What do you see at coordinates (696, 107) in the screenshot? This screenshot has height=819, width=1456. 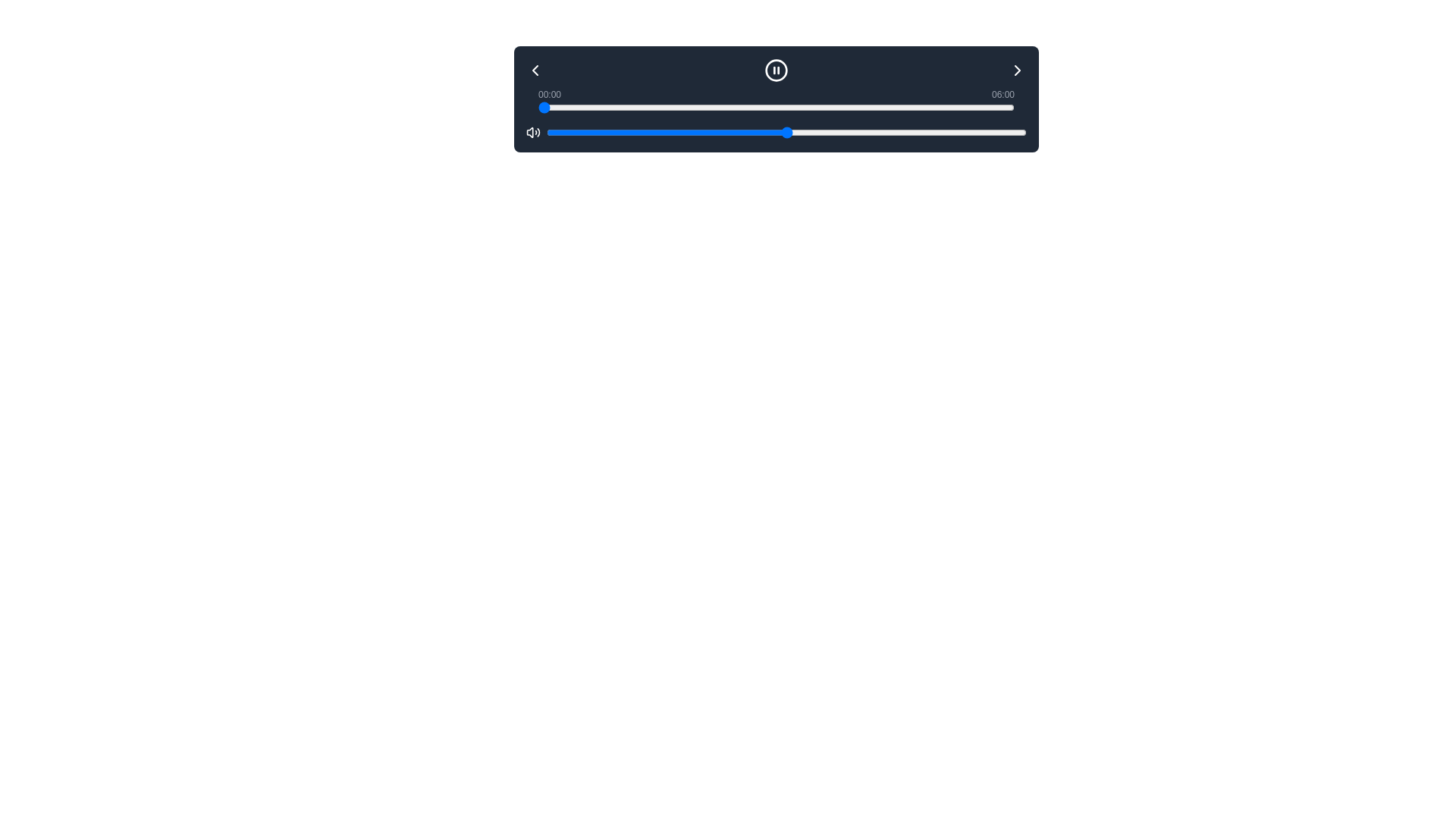 I see `the slider` at bounding box center [696, 107].